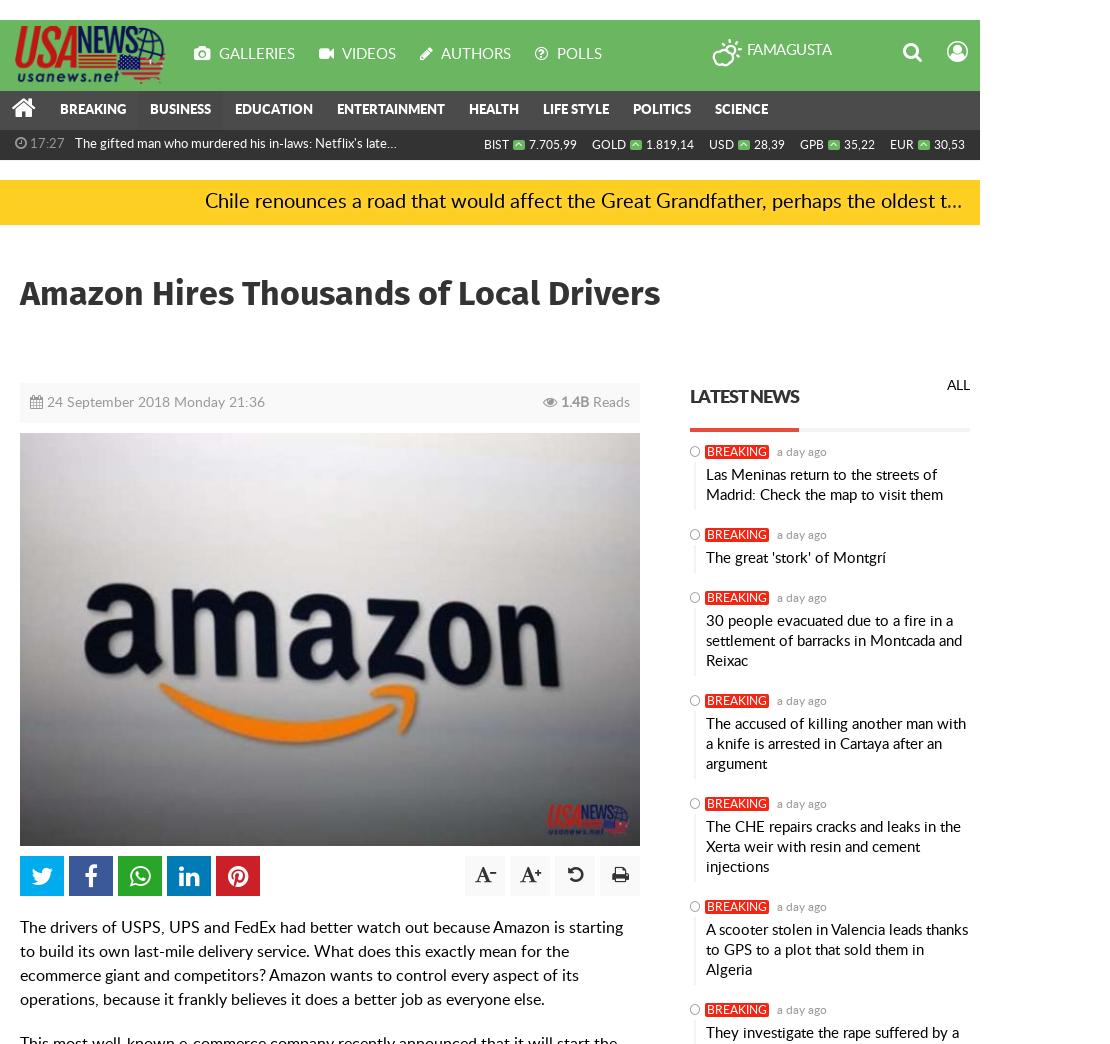 The height and width of the screenshot is (1044, 1110). I want to click on '1.4B', so click(574, 401).